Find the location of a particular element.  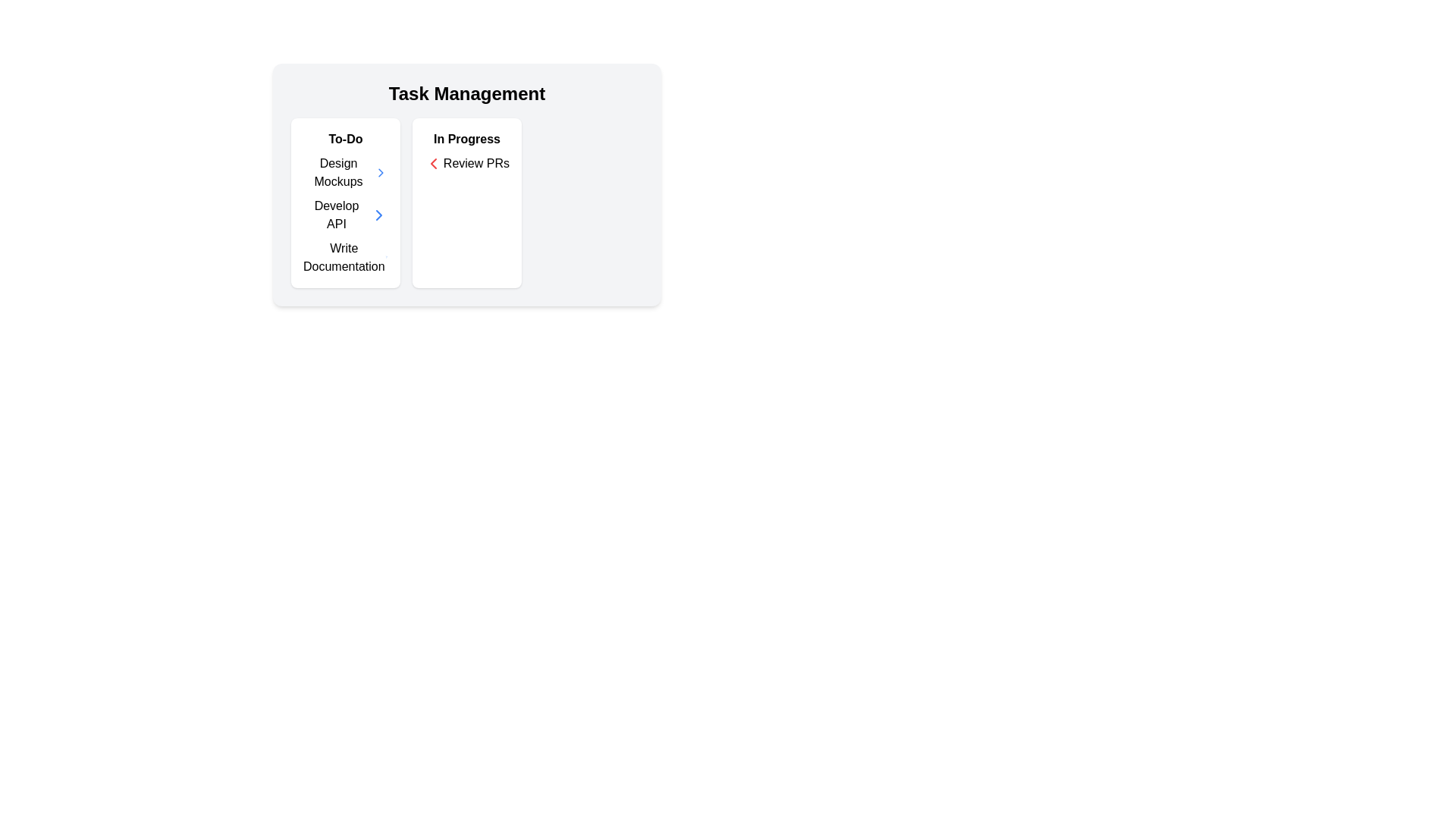

the 'Review PRs' text label located in the 'In Progress' section, to the right of a left-facing red chevron inside a rectangular white card is located at coordinates (466, 164).